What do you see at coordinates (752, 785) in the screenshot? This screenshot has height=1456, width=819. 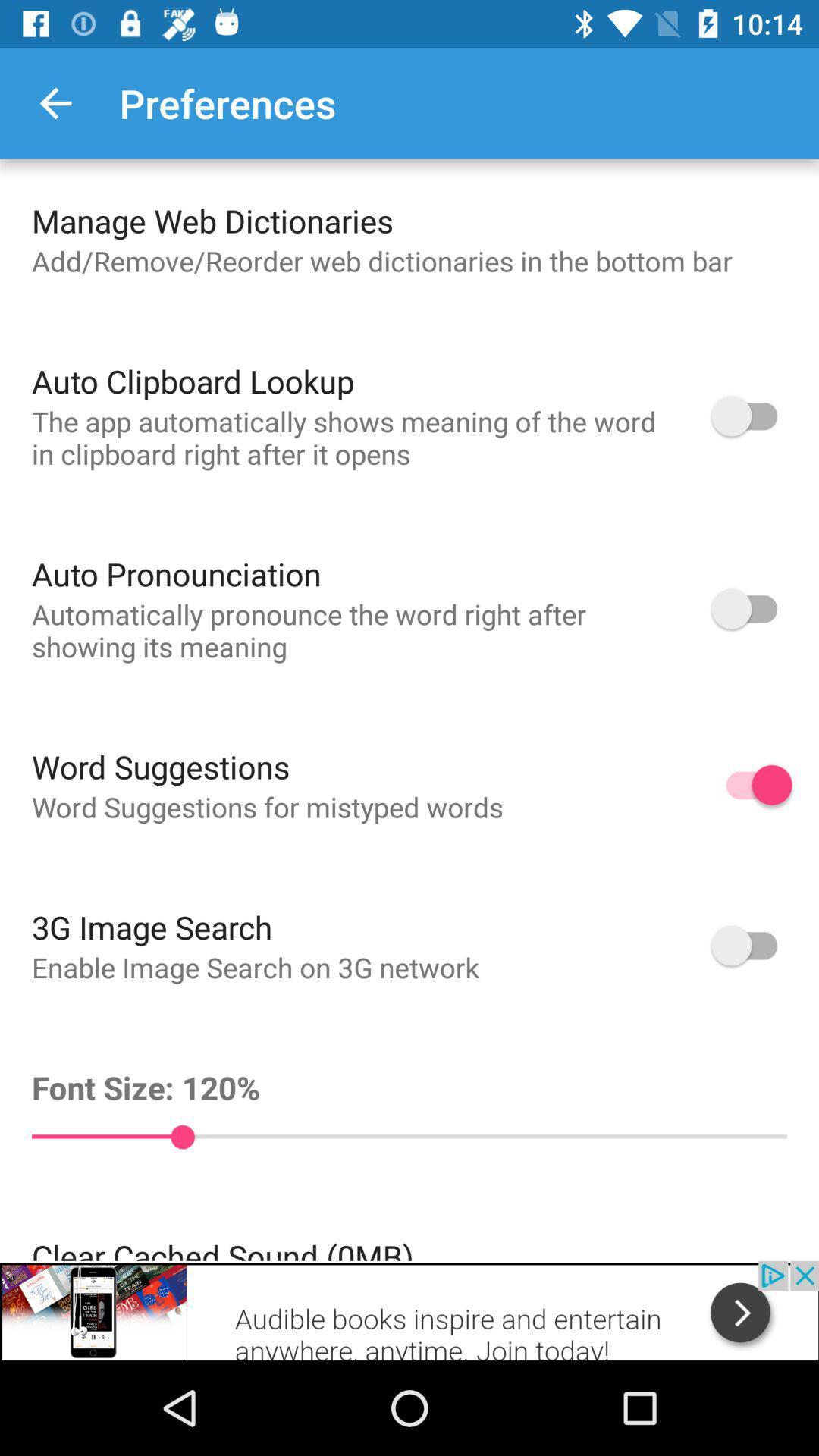 I see `on and off` at bounding box center [752, 785].